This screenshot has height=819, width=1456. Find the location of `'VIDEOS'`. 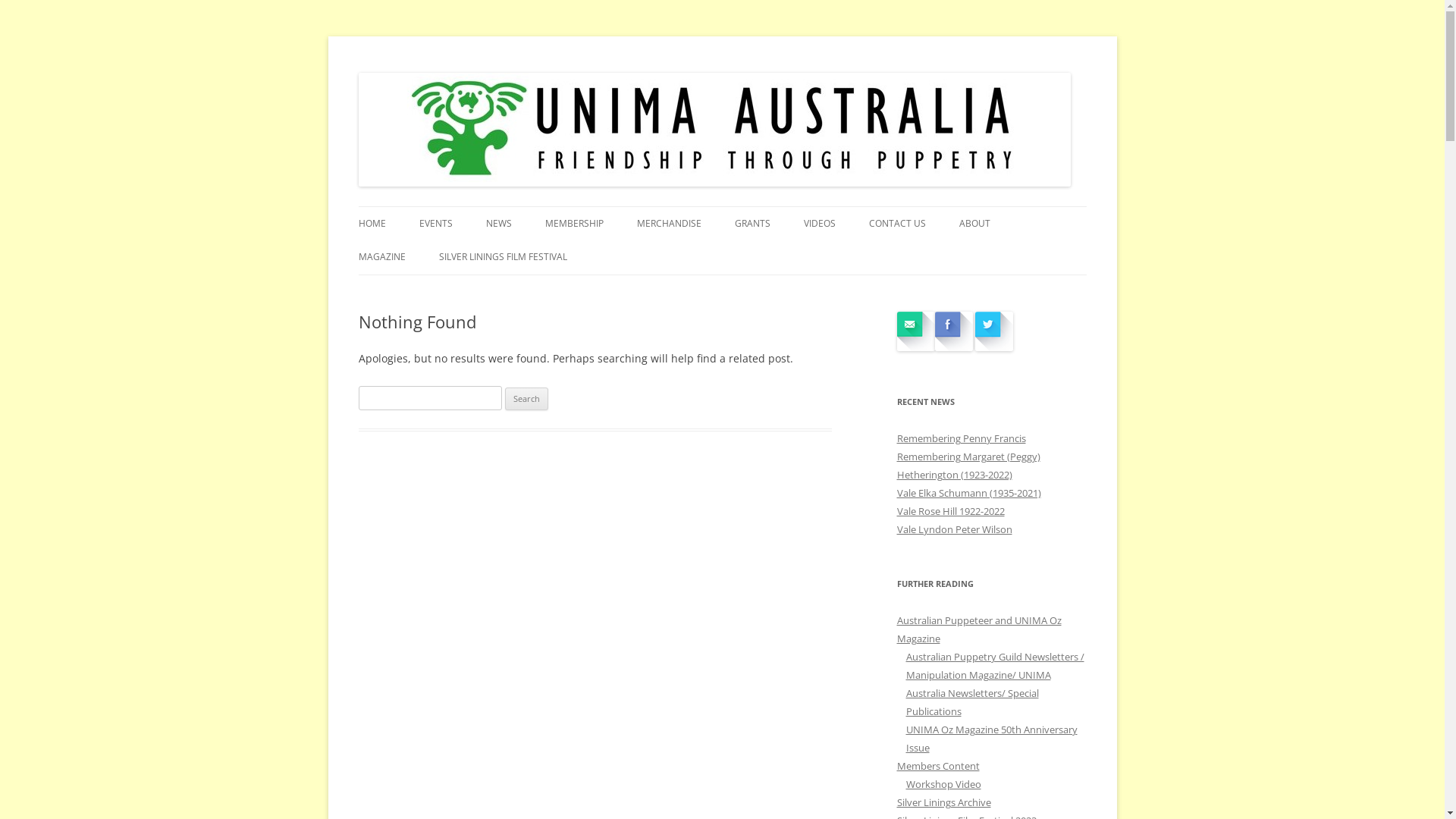

'VIDEOS' is located at coordinates (803, 223).